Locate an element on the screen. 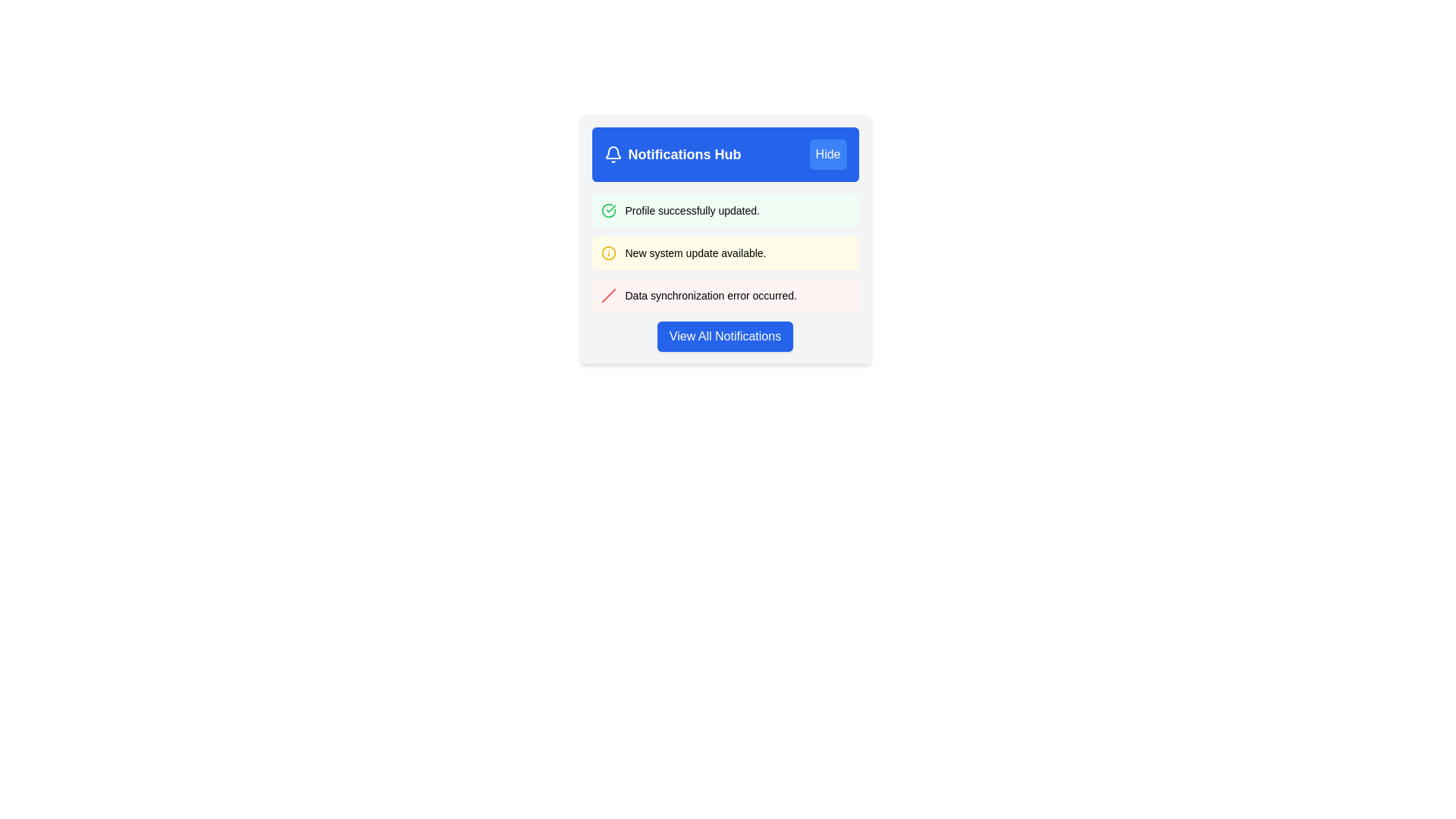 The width and height of the screenshot is (1456, 819). the rectangular button with a blue background and white text that reads 'View All Notifications' located at the bottom of the notification panel is located at coordinates (724, 335).